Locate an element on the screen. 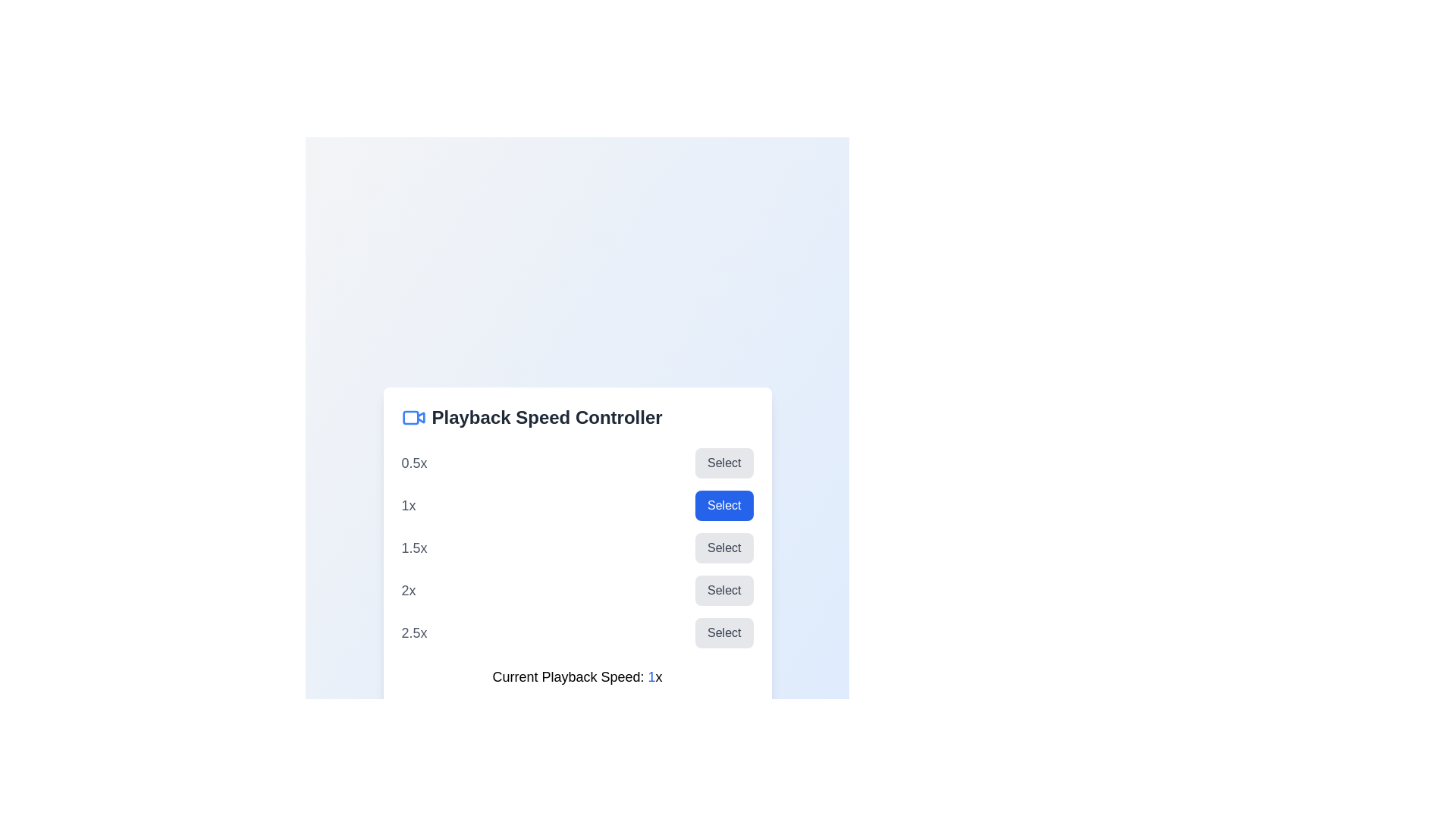  the Text Label that displays the currently active playback speed of the media player, located at the bottom of the 'Playback Speed Controller' component is located at coordinates (576, 676).